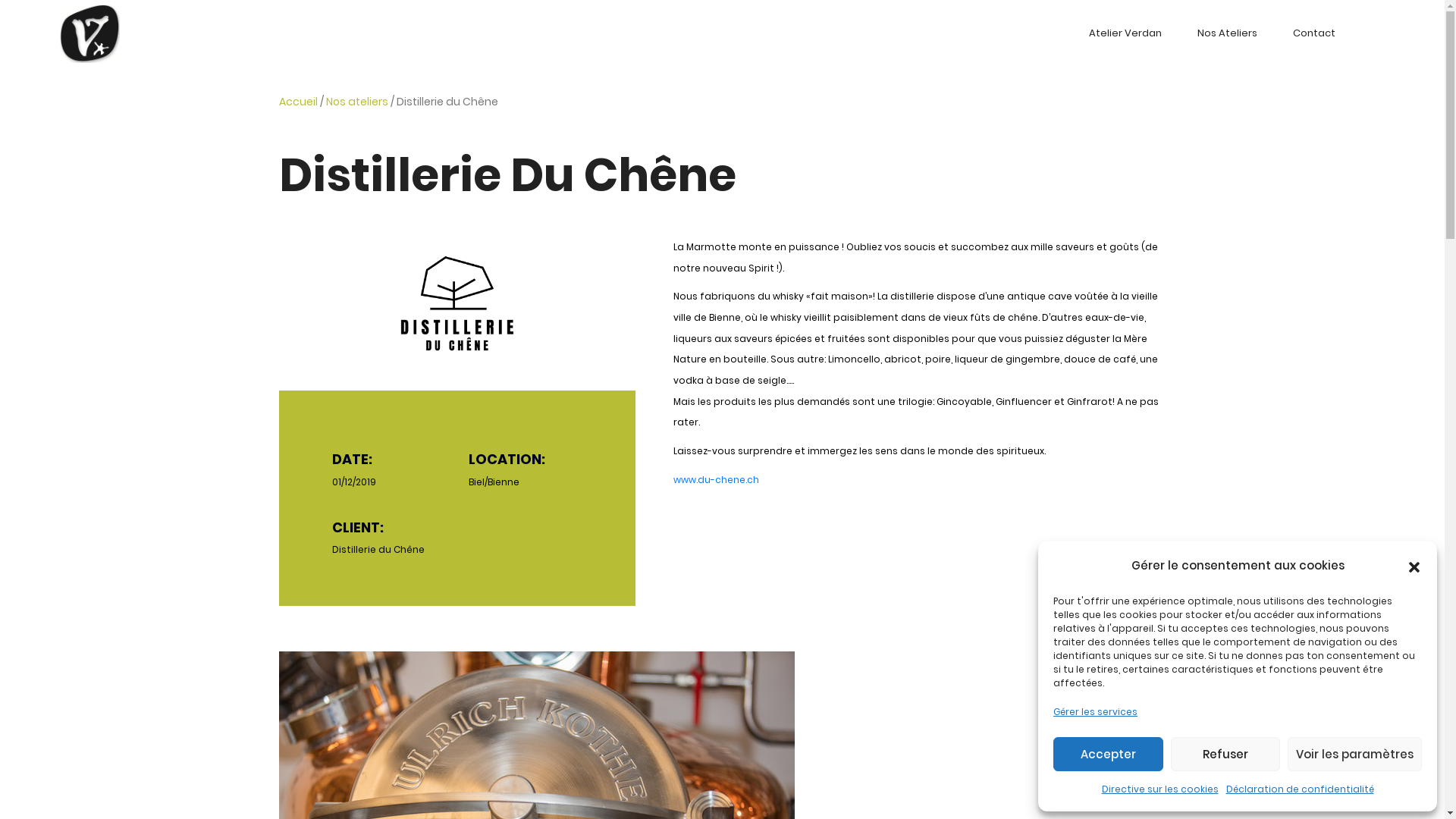  Describe the element at coordinates (1159, 789) in the screenshot. I see `'Directive sur les cookies'` at that location.